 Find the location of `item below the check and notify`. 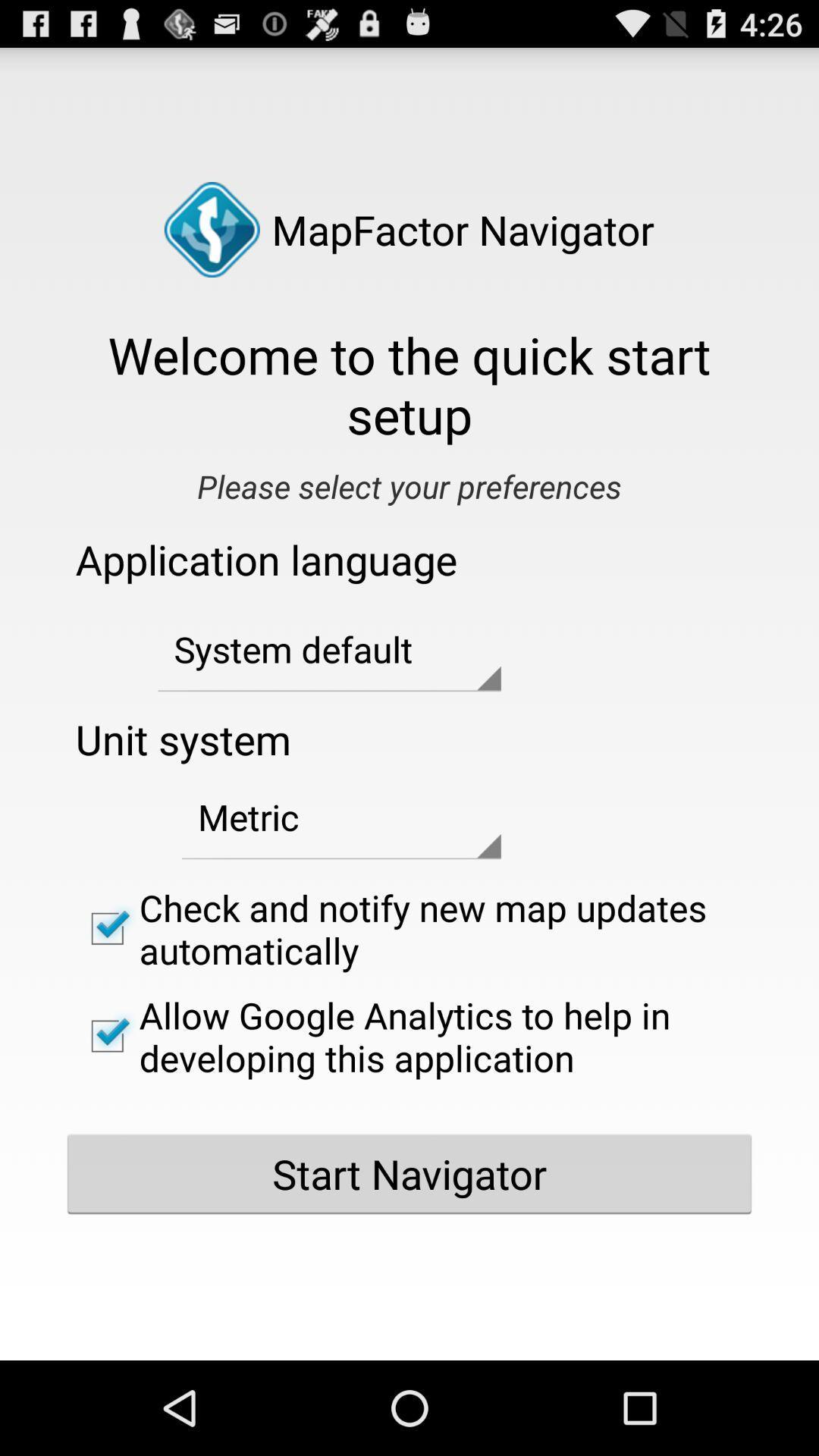

item below the check and notify is located at coordinates (409, 1035).